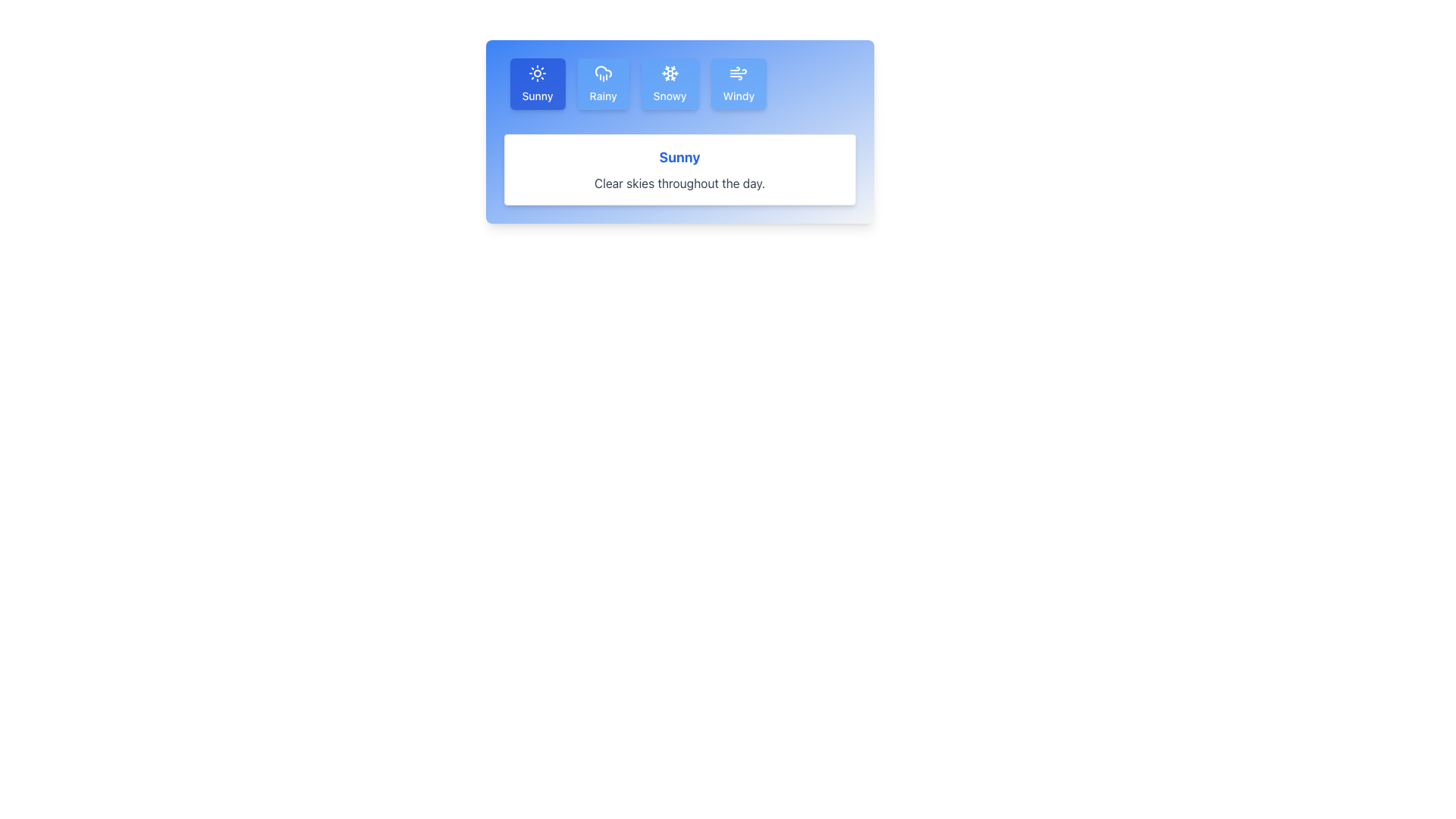 This screenshot has height=819, width=1456. What do you see at coordinates (679, 169) in the screenshot?
I see `displayed information from the Information display panel with a bold blue title 'Sunny' and a gray subtitle 'Clear skies throughout the day.'` at bounding box center [679, 169].